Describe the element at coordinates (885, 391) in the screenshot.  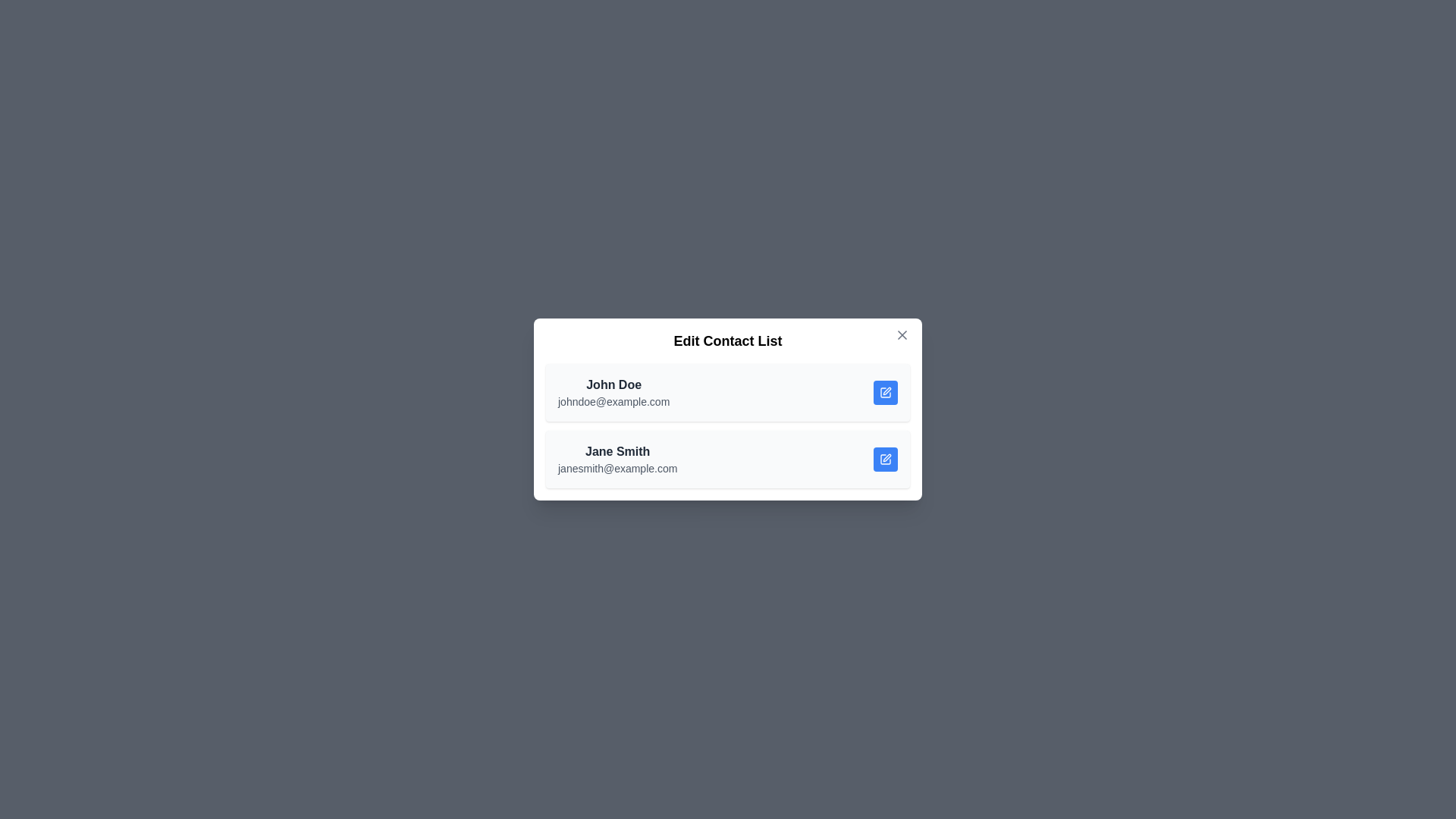
I see `edit button next to the contact with the name John Doe` at that location.